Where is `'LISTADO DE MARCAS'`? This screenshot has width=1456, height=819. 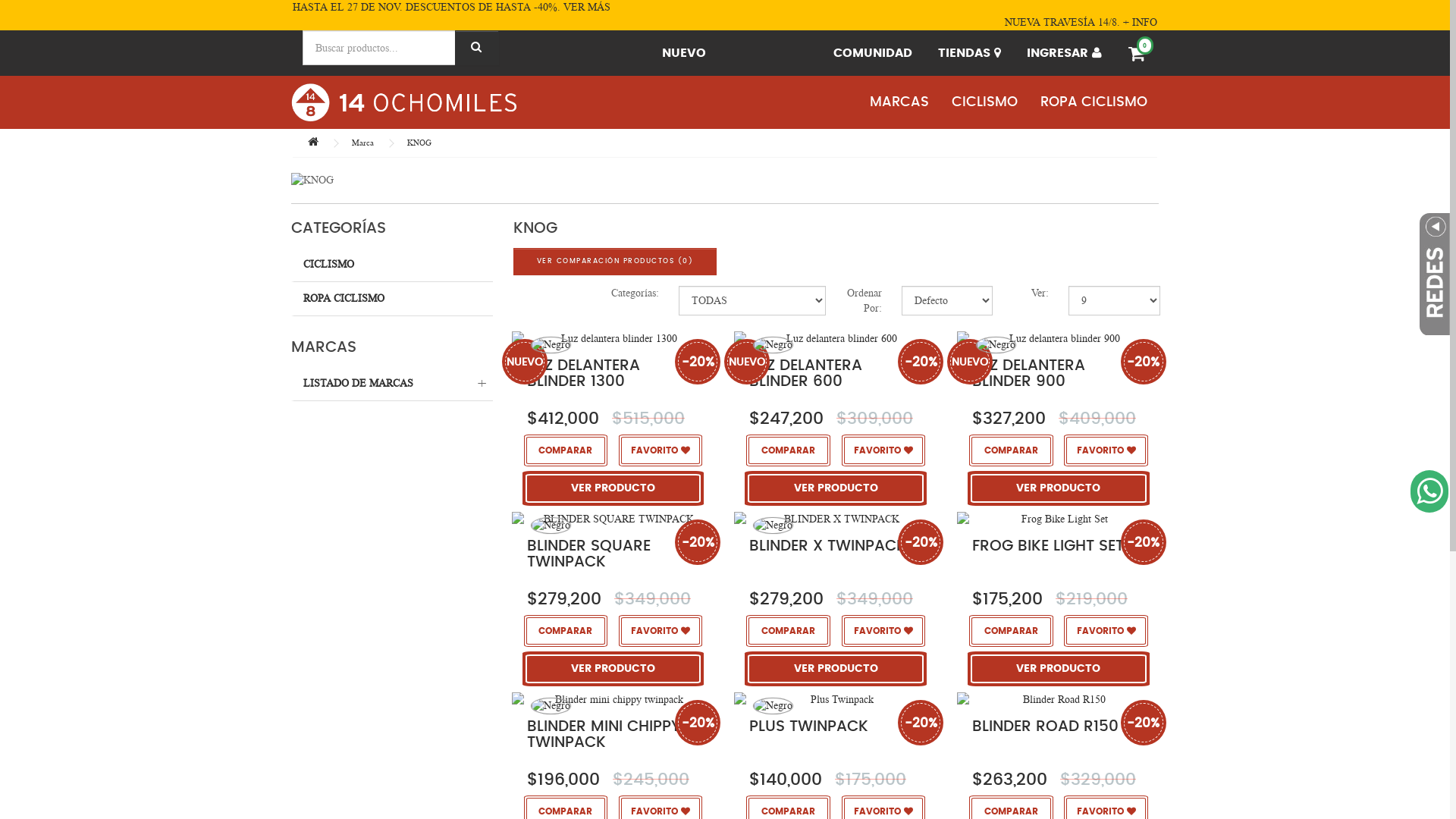
'LISTADO DE MARCAS' is located at coordinates (392, 383).